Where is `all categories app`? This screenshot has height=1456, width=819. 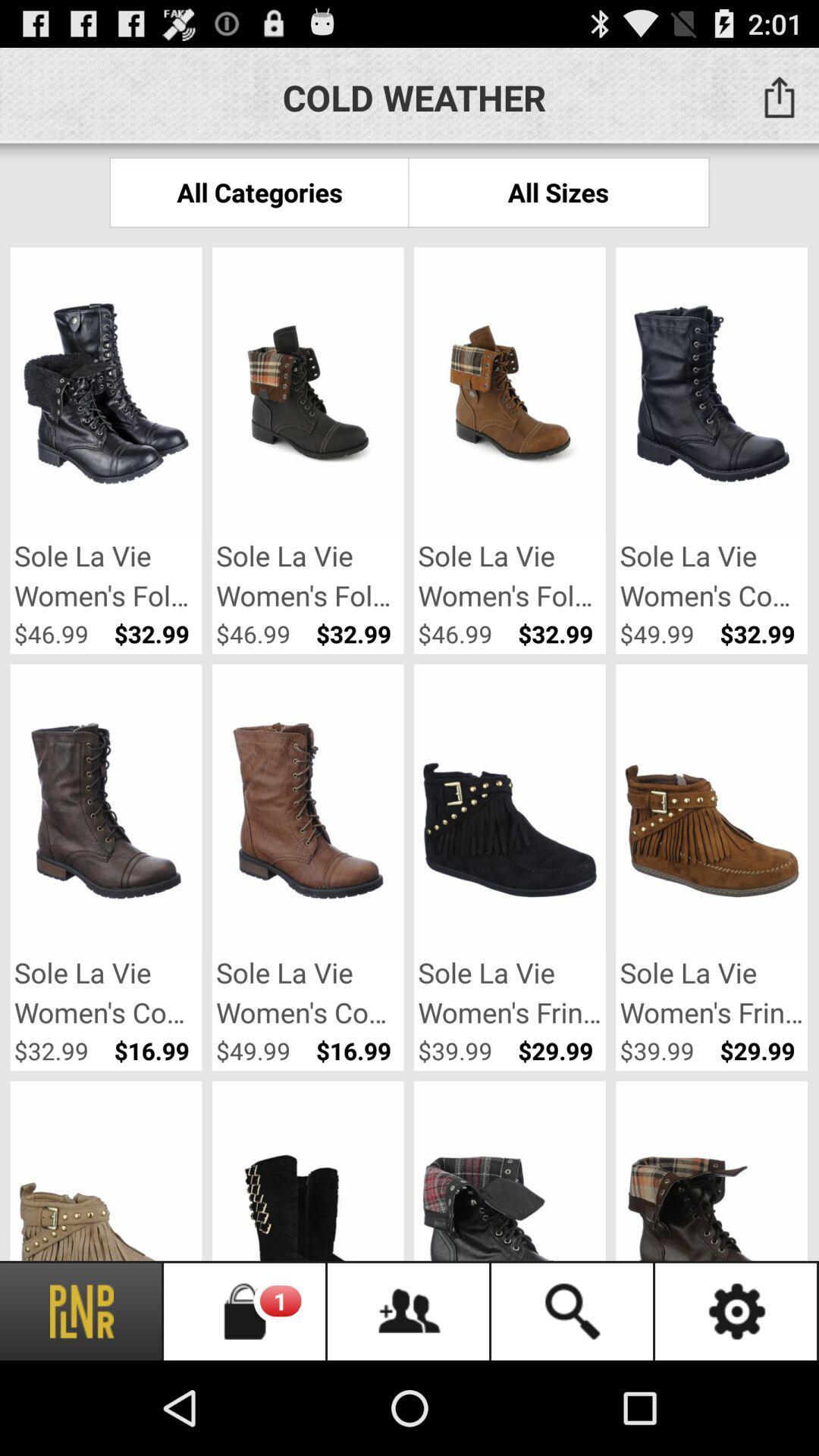
all categories app is located at coordinates (259, 191).